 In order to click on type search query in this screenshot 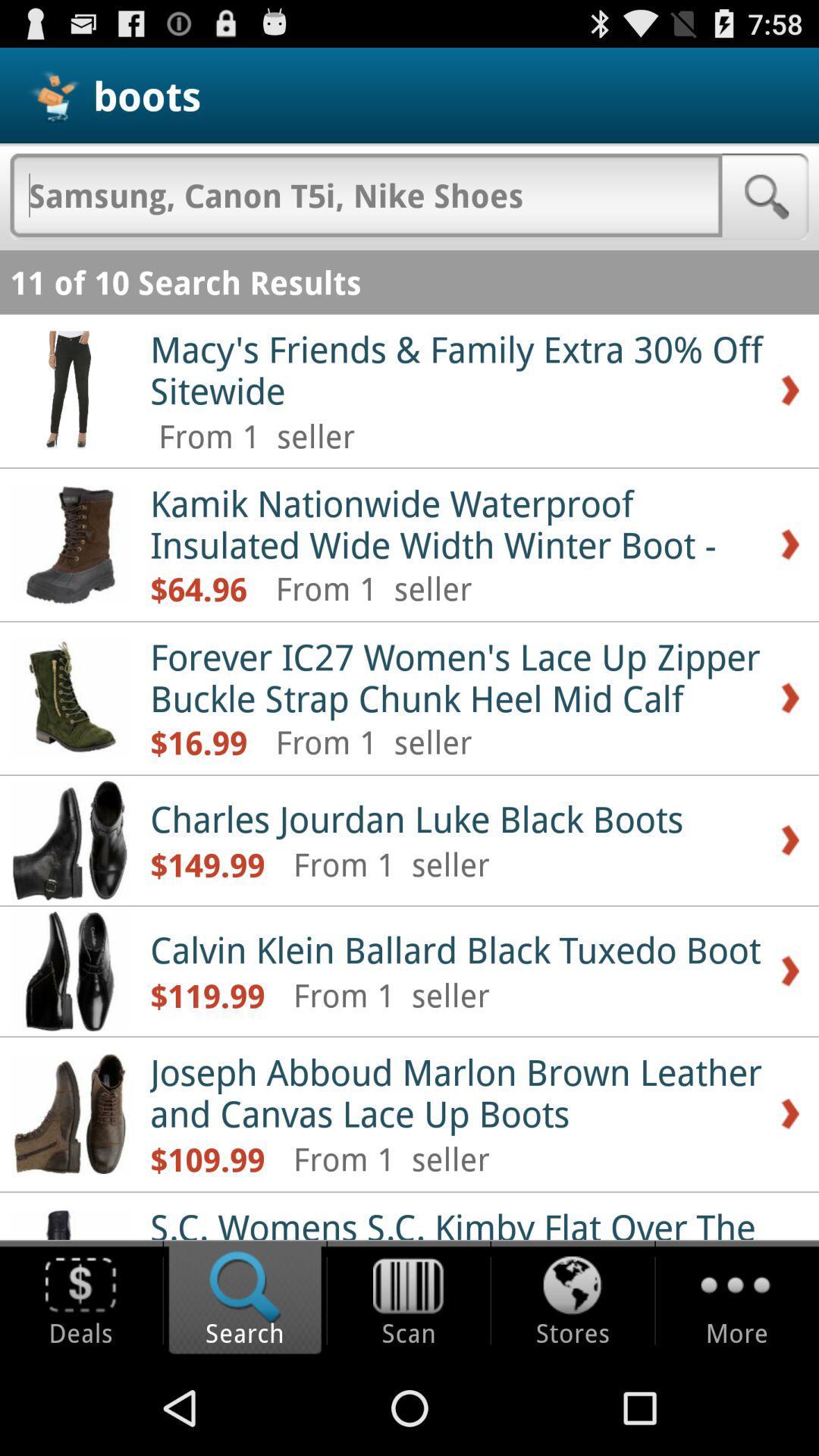, I will do `click(366, 194)`.